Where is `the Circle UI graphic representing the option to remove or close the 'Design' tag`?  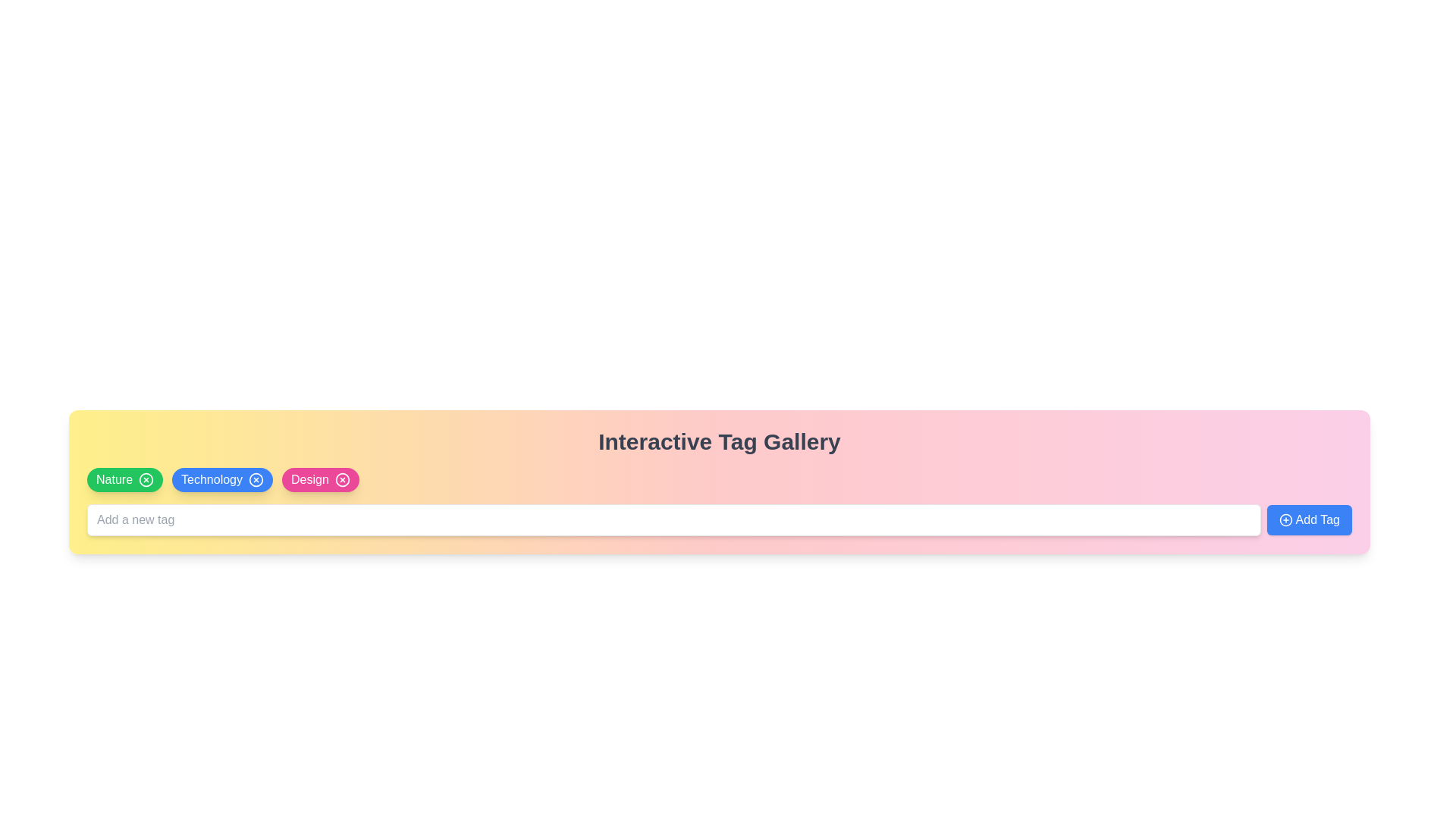 the Circle UI graphic representing the option to remove or close the 'Design' tag is located at coordinates (341, 479).